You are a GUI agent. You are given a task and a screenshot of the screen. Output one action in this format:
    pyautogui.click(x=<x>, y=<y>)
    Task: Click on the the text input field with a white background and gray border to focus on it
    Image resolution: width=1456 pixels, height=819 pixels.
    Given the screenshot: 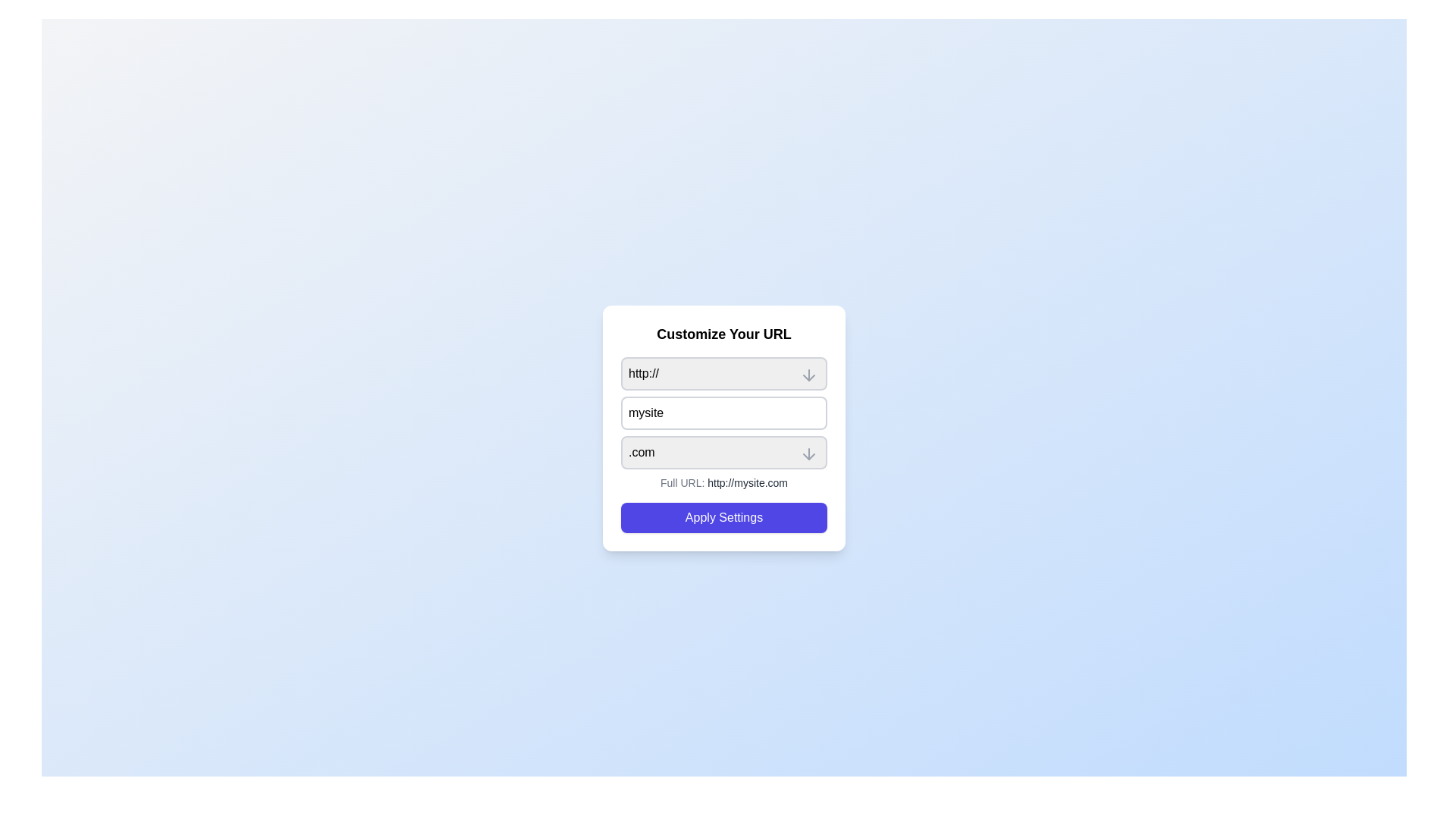 What is the action you would take?
    pyautogui.click(x=723, y=428)
    